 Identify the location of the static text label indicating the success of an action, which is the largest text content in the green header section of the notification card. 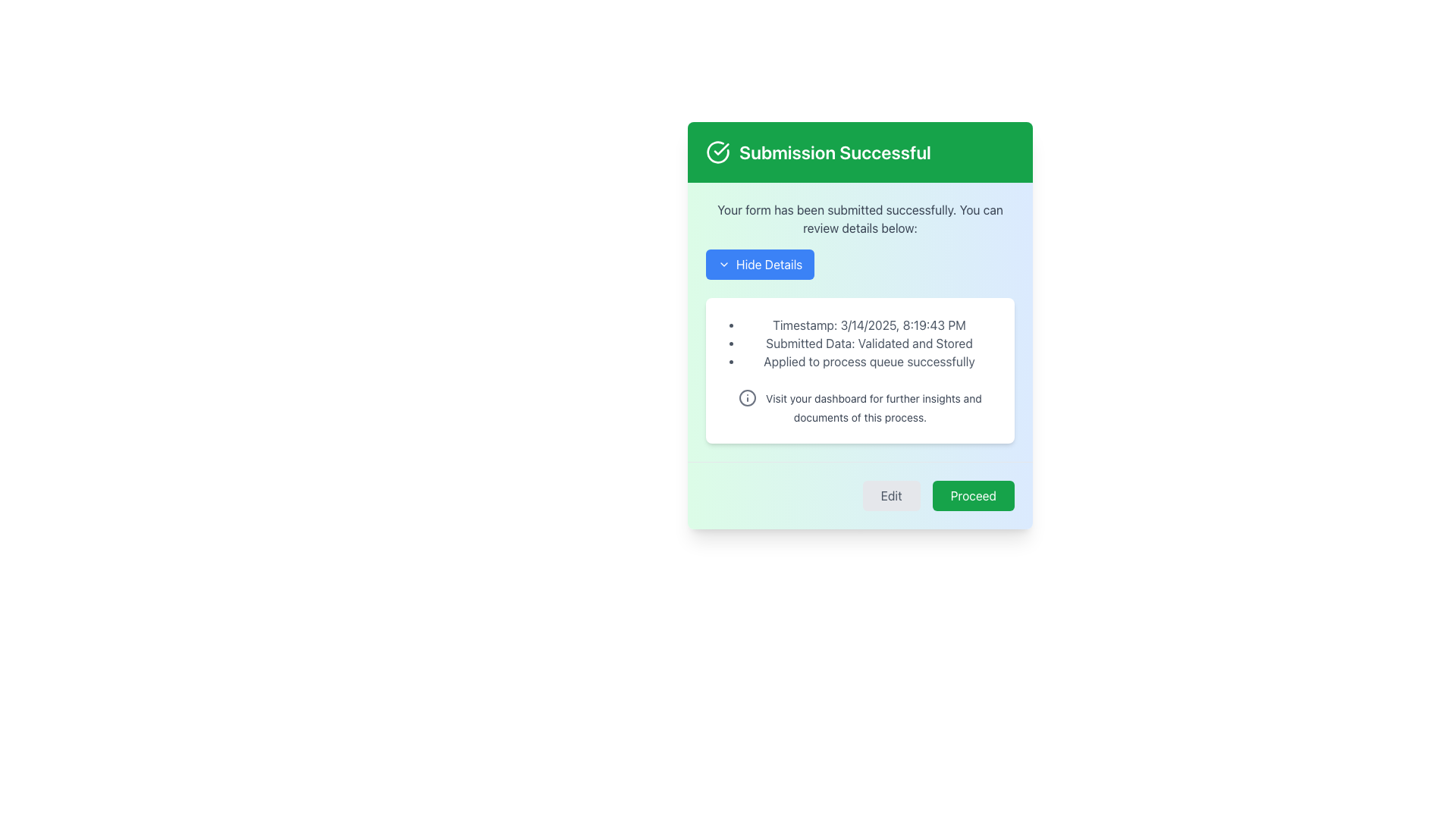
(834, 152).